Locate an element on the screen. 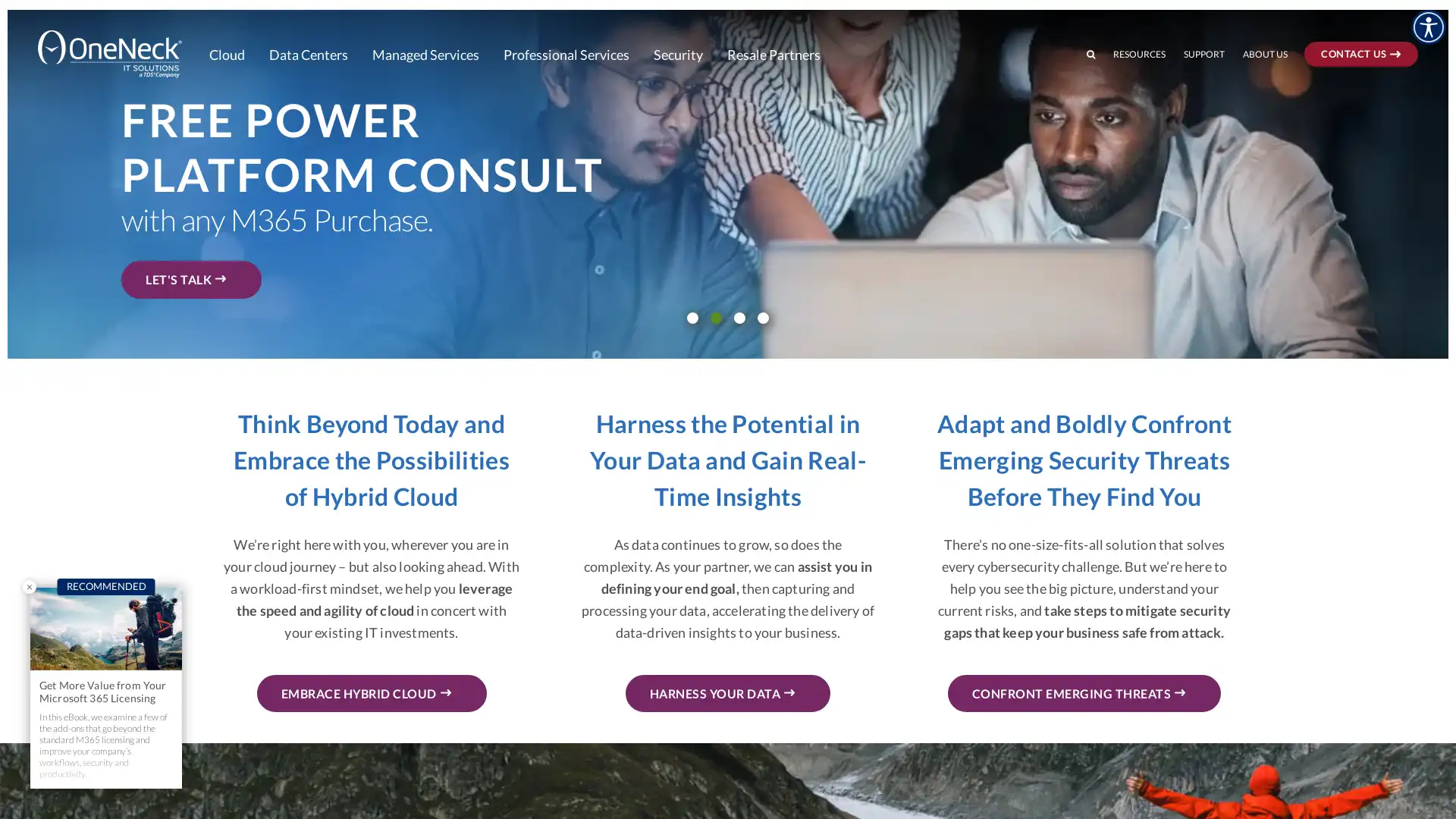 This screenshot has height=819, width=1456. Accessibility Menu is located at coordinates (1427, 27).